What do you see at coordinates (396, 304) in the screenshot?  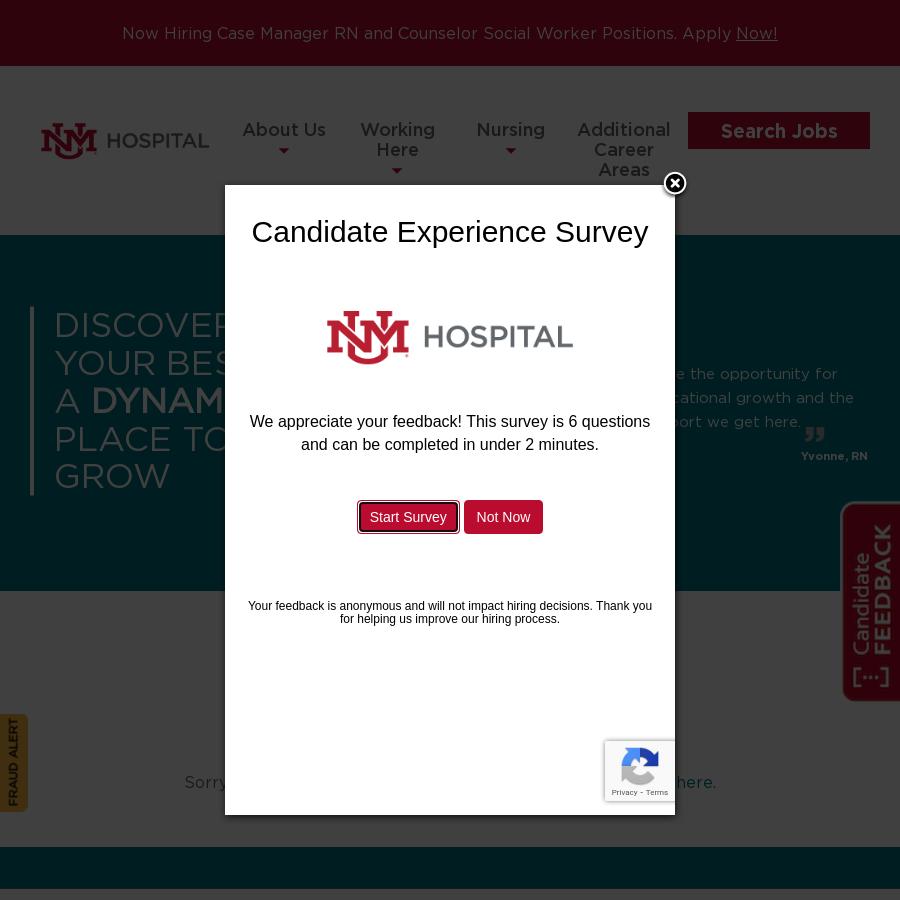 I see `'Life at UNMH'` at bounding box center [396, 304].